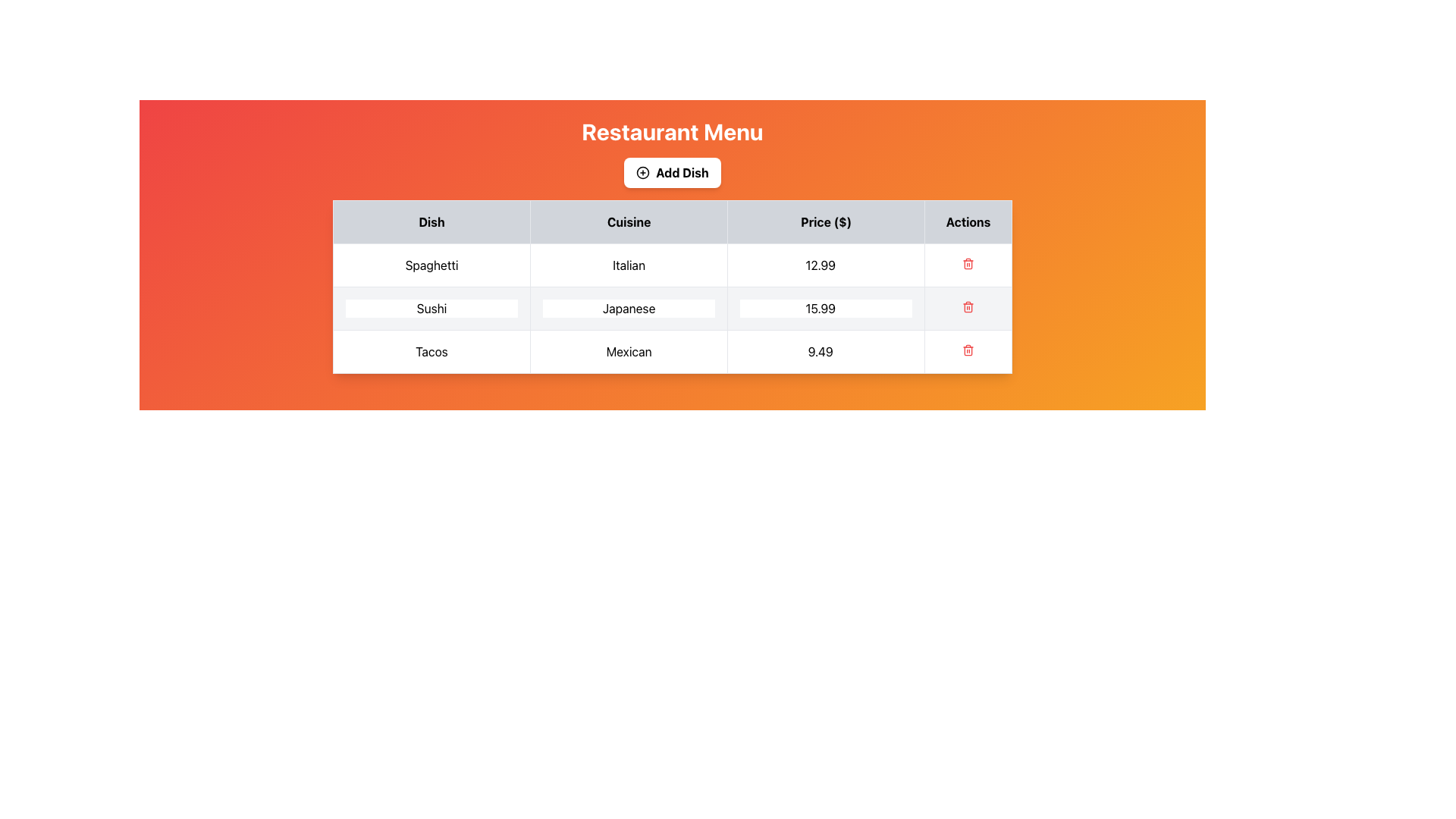  Describe the element at coordinates (629, 308) in the screenshot. I see `the text input field displaying 'Japanese' in the 'Cuisine' column of the table, specifically in the second row corresponding to the 'Sushi' dish entry to potentially view tooltips` at that location.